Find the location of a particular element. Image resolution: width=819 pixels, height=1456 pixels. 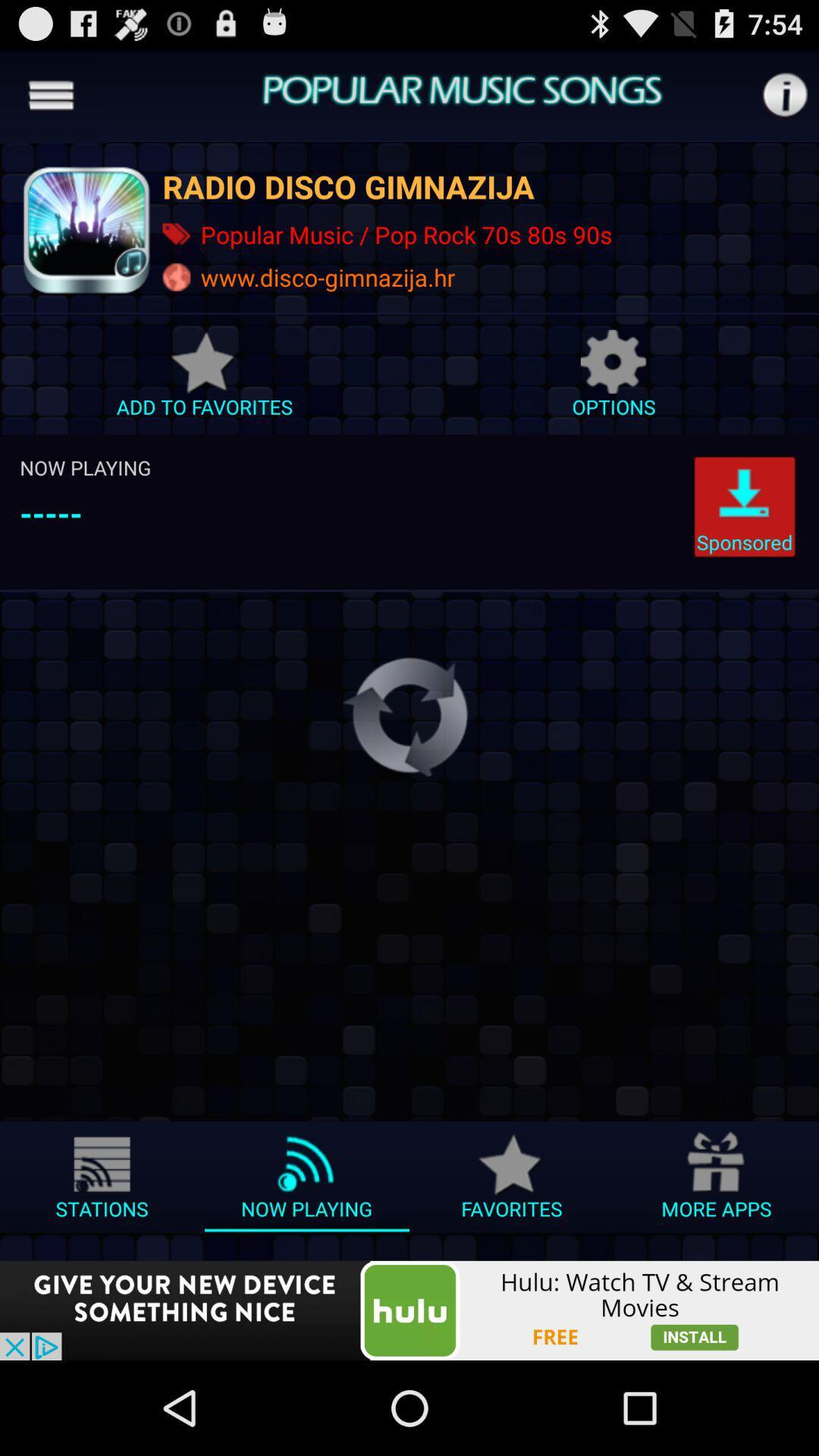

info is located at coordinates (784, 94).